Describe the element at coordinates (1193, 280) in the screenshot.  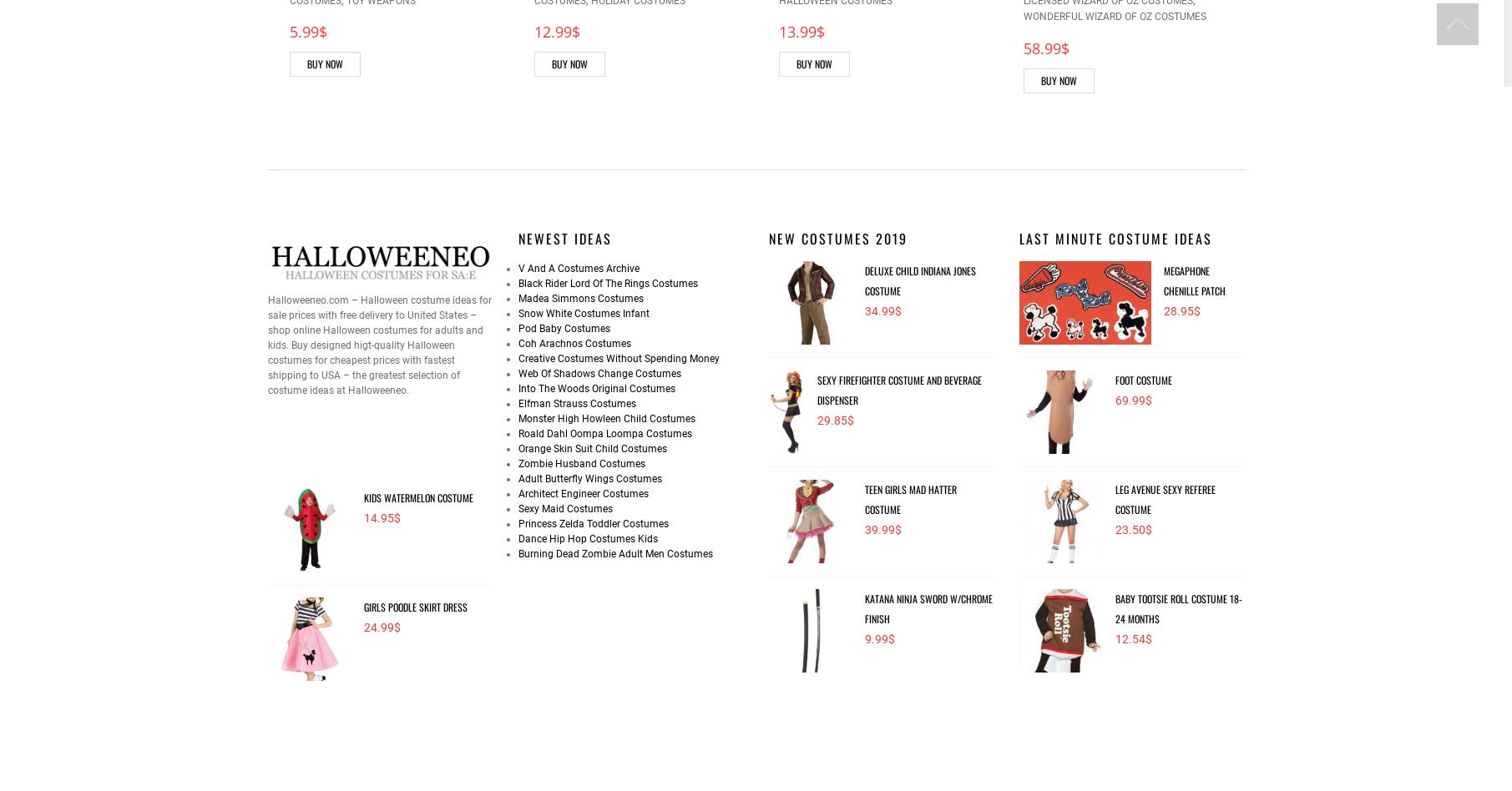
I see `'Megaphone Chenille Patch'` at that location.